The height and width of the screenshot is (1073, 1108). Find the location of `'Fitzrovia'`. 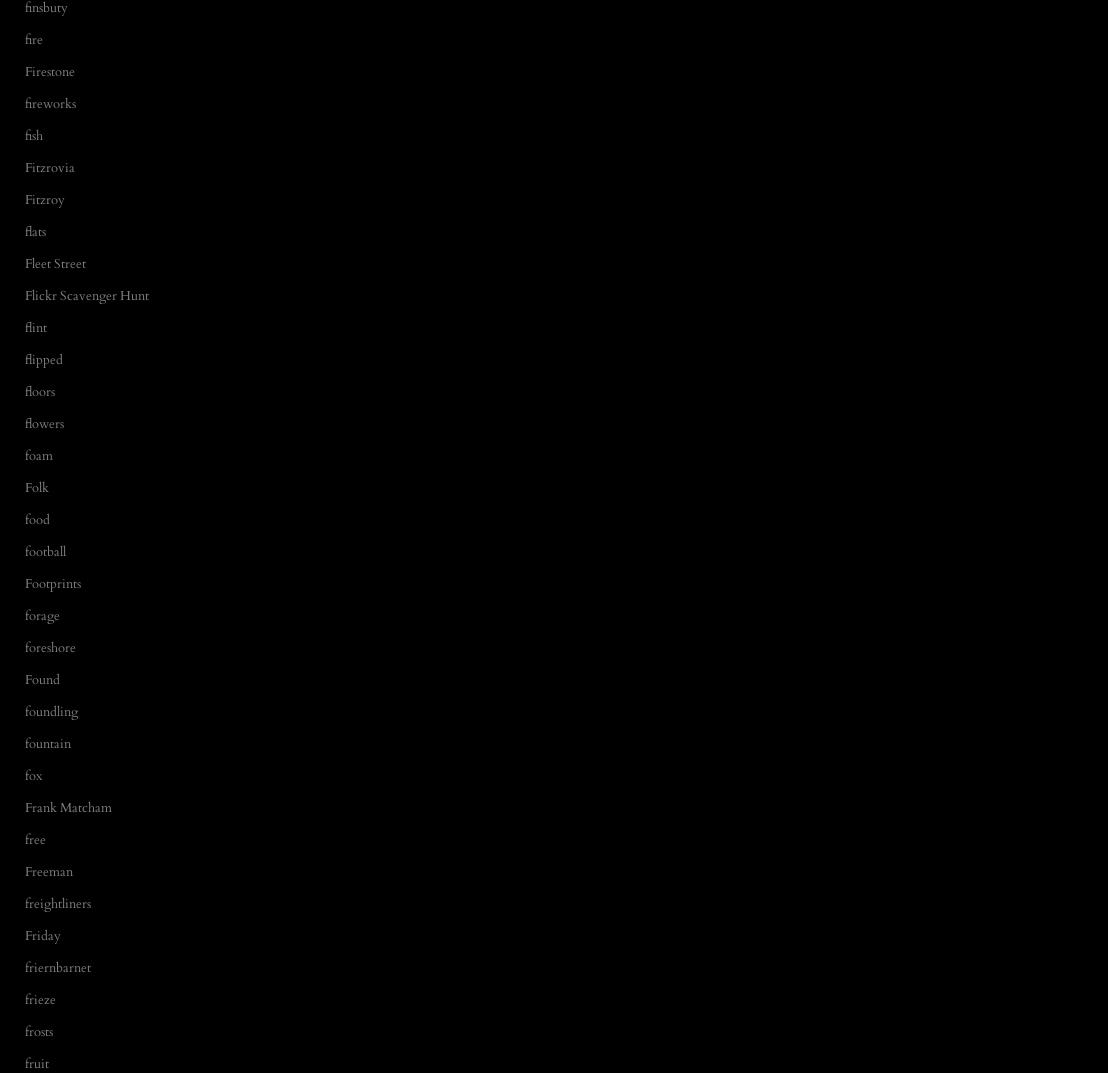

'Fitzrovia' is located at coordinates (48, 165).